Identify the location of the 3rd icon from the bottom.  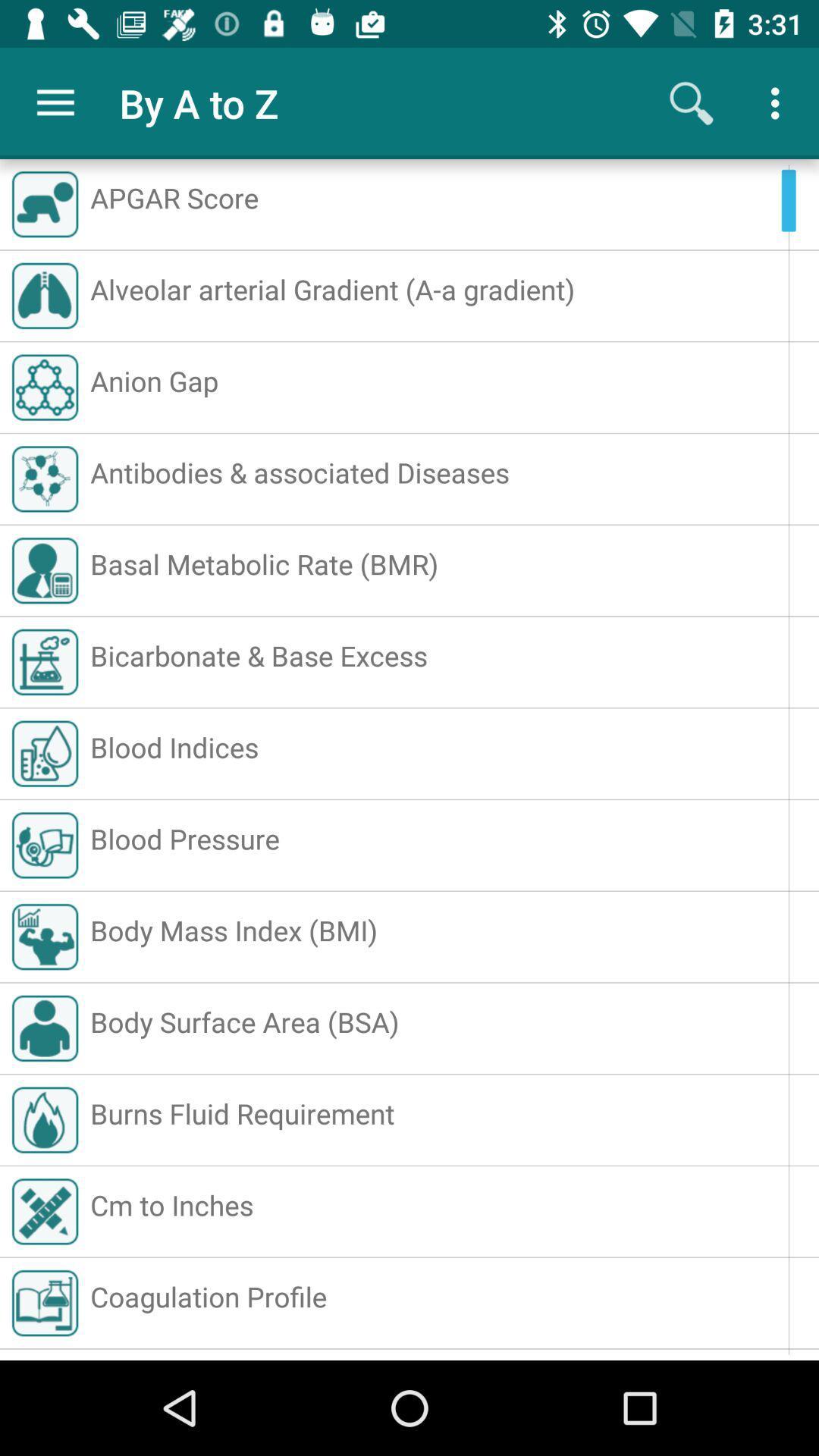
(45, 1120).